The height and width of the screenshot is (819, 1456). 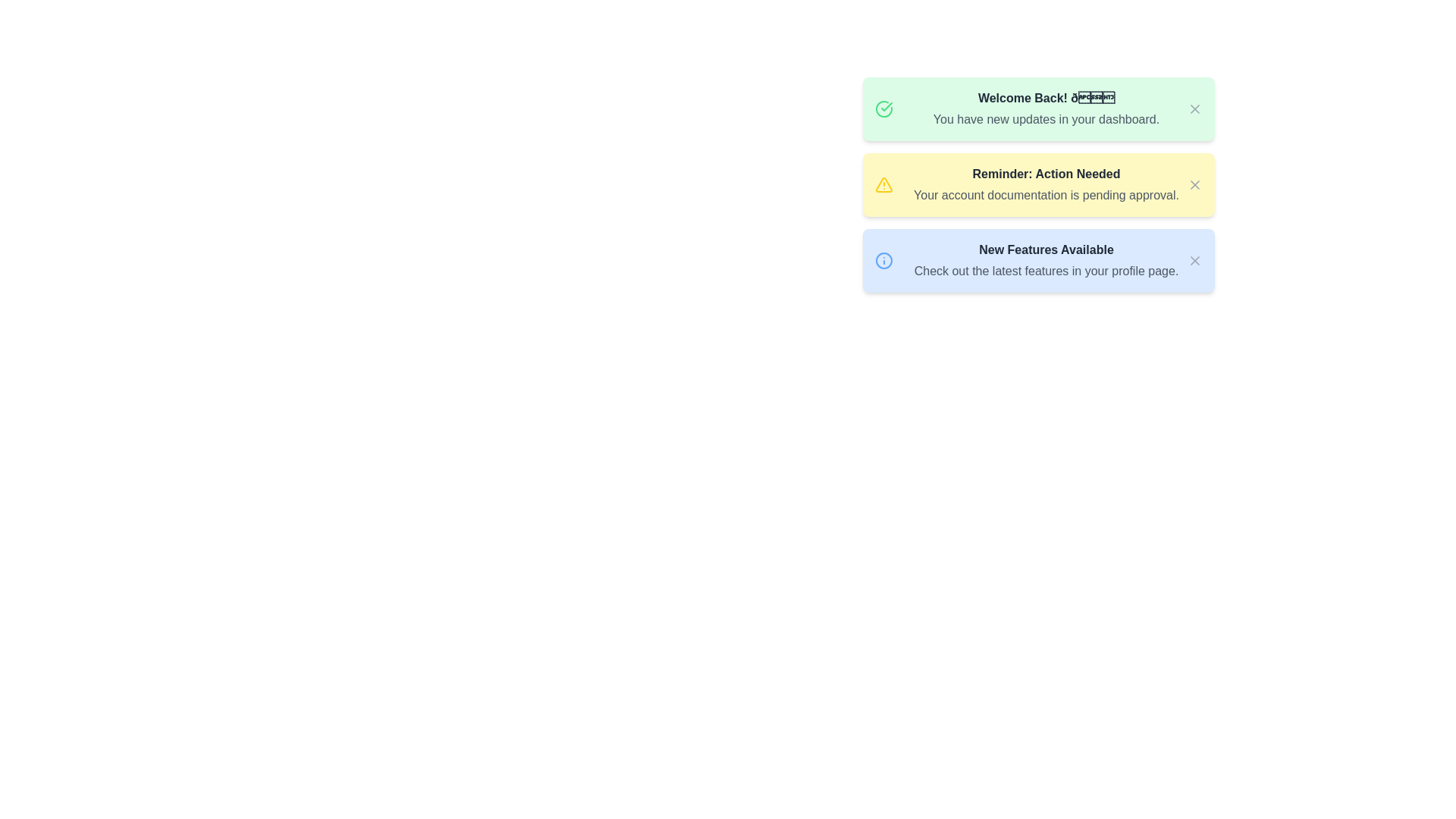 What do you see at coordinates (1194, 184) in the screenshot?
I see `the Close icon located in the top-right corner of the yellow notification card titled 'Reminder: Action Needed'` at bounding box center [1194, 184].